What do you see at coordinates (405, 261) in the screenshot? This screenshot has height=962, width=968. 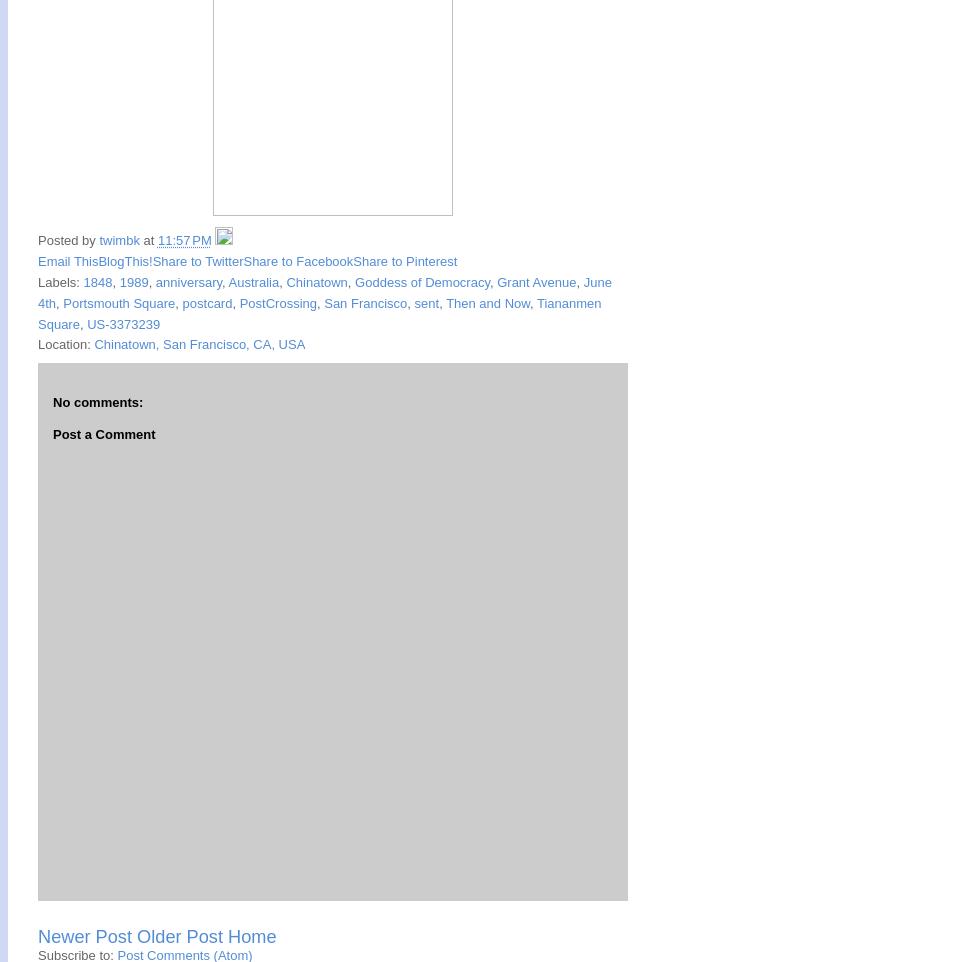 I see `'Share to Pinterest'` at bounding box center [405, 261].